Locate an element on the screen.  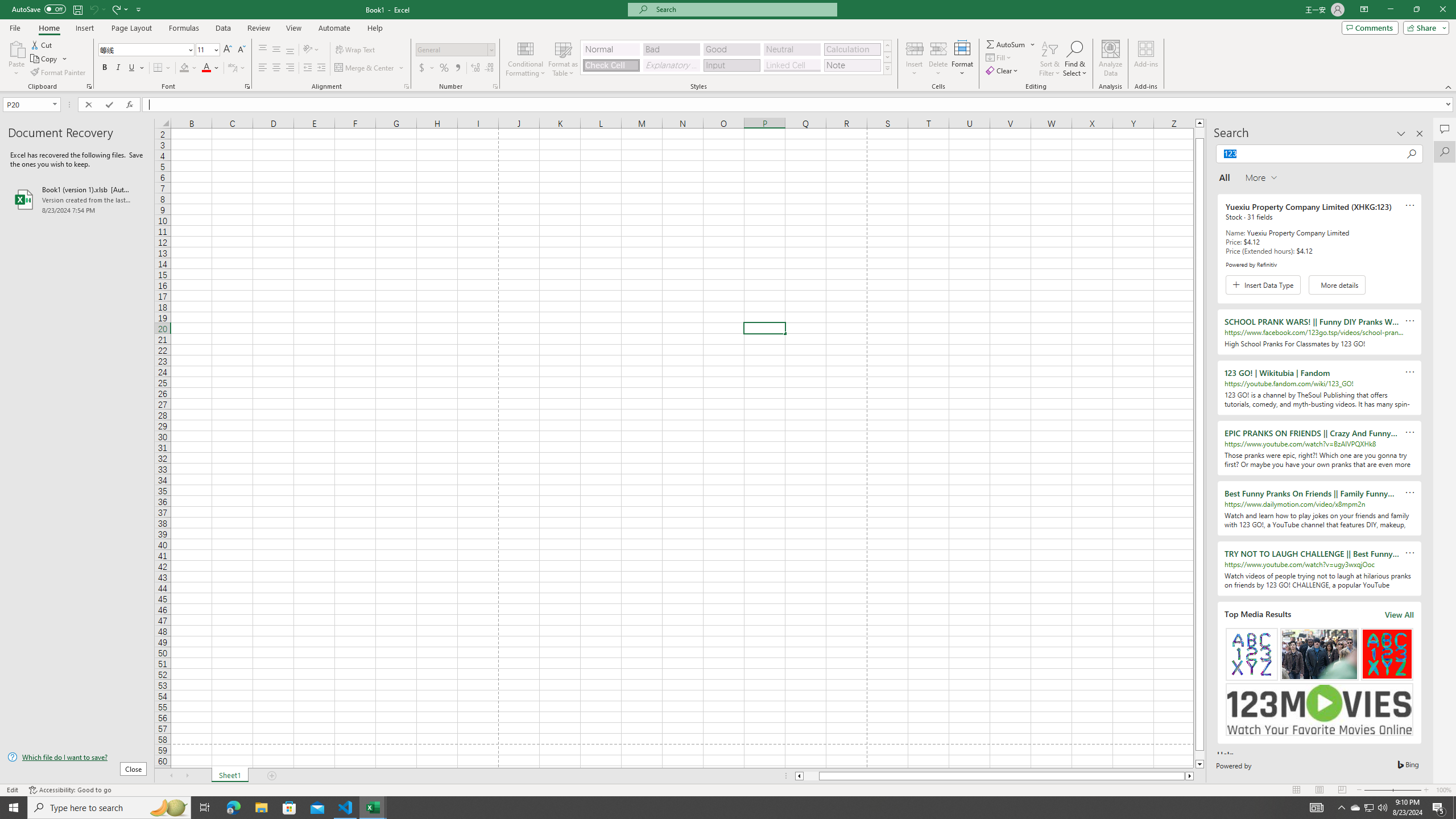
'Decrease Decimal' is located at coordinates (489, 67).